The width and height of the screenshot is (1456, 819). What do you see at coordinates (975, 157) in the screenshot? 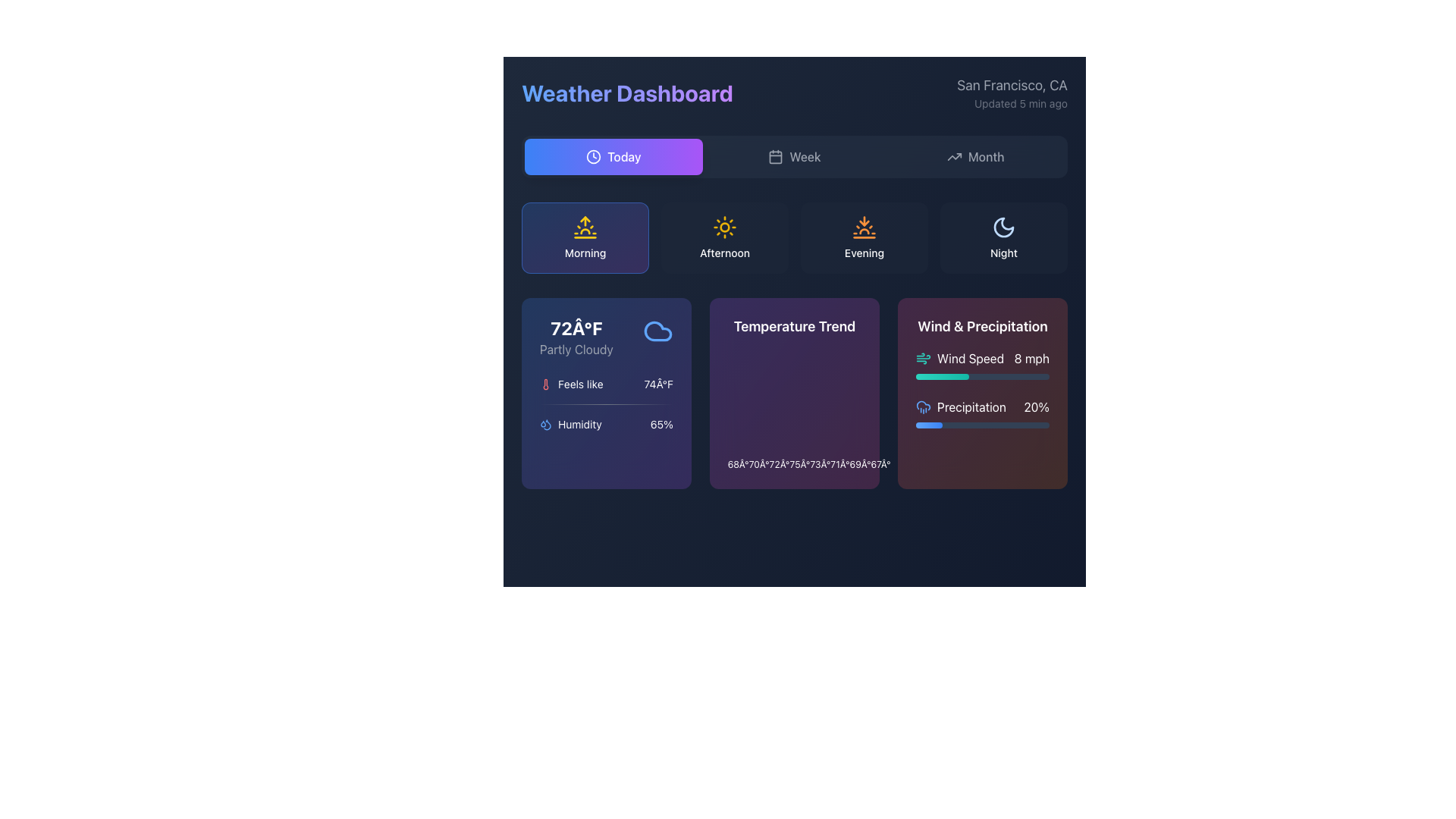
I see `the 'Month' button, which features an upward trending graph icon and is the third option among the navigational buttons labeled 'Today', 'Week', and 'Month'` at bounding box center [975, 157].